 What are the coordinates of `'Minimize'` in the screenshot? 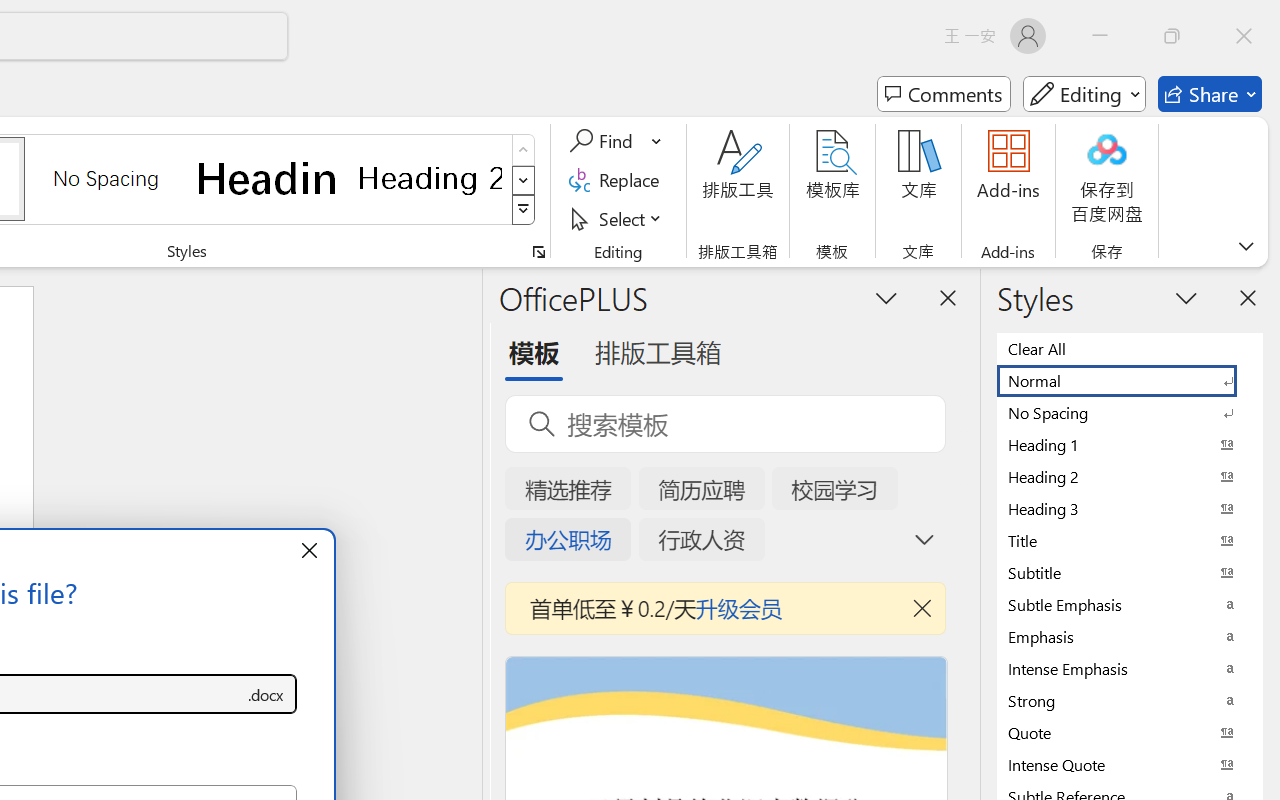 It's located at (1099, 35).